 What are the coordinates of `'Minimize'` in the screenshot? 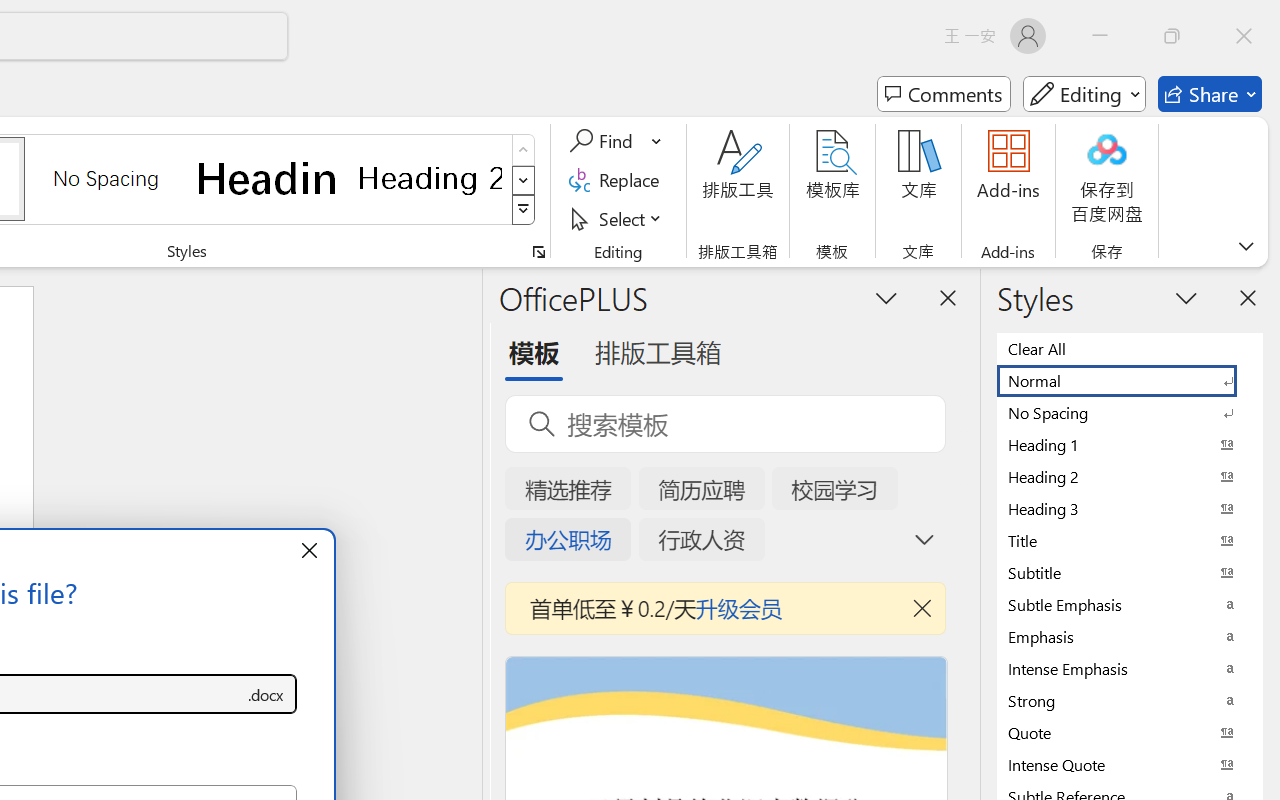 It's located at (1099, 35).